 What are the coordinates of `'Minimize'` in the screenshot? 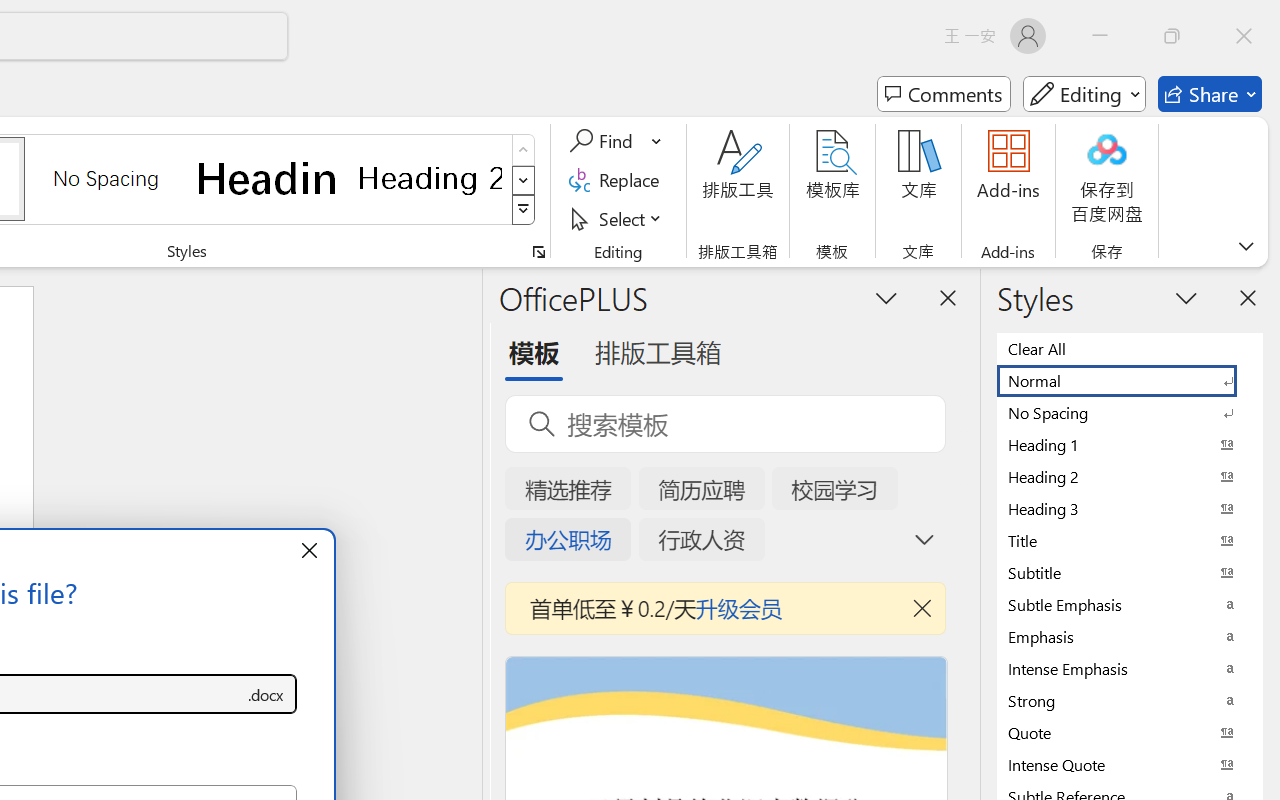 It's located at (1099, 35).